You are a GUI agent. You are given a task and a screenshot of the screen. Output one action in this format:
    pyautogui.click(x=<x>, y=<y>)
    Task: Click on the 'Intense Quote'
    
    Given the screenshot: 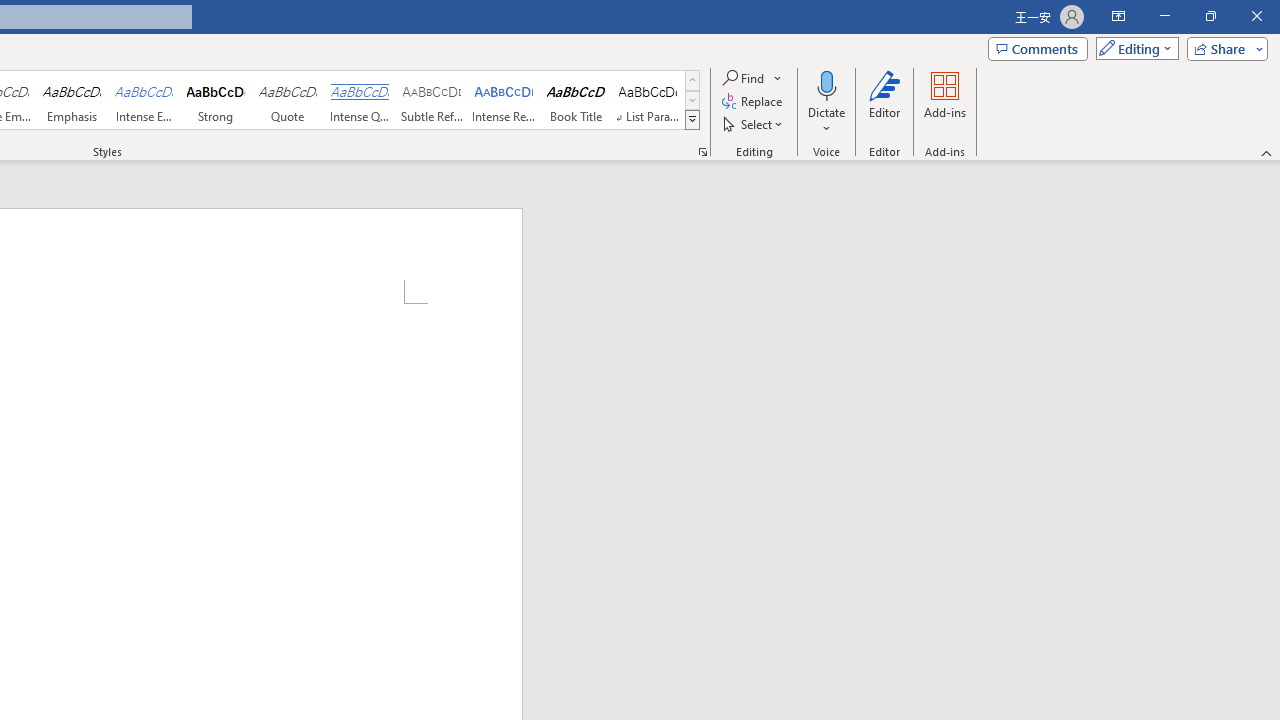 What is the action you would take?
    pyautogui.click(x=359, y=100)
    